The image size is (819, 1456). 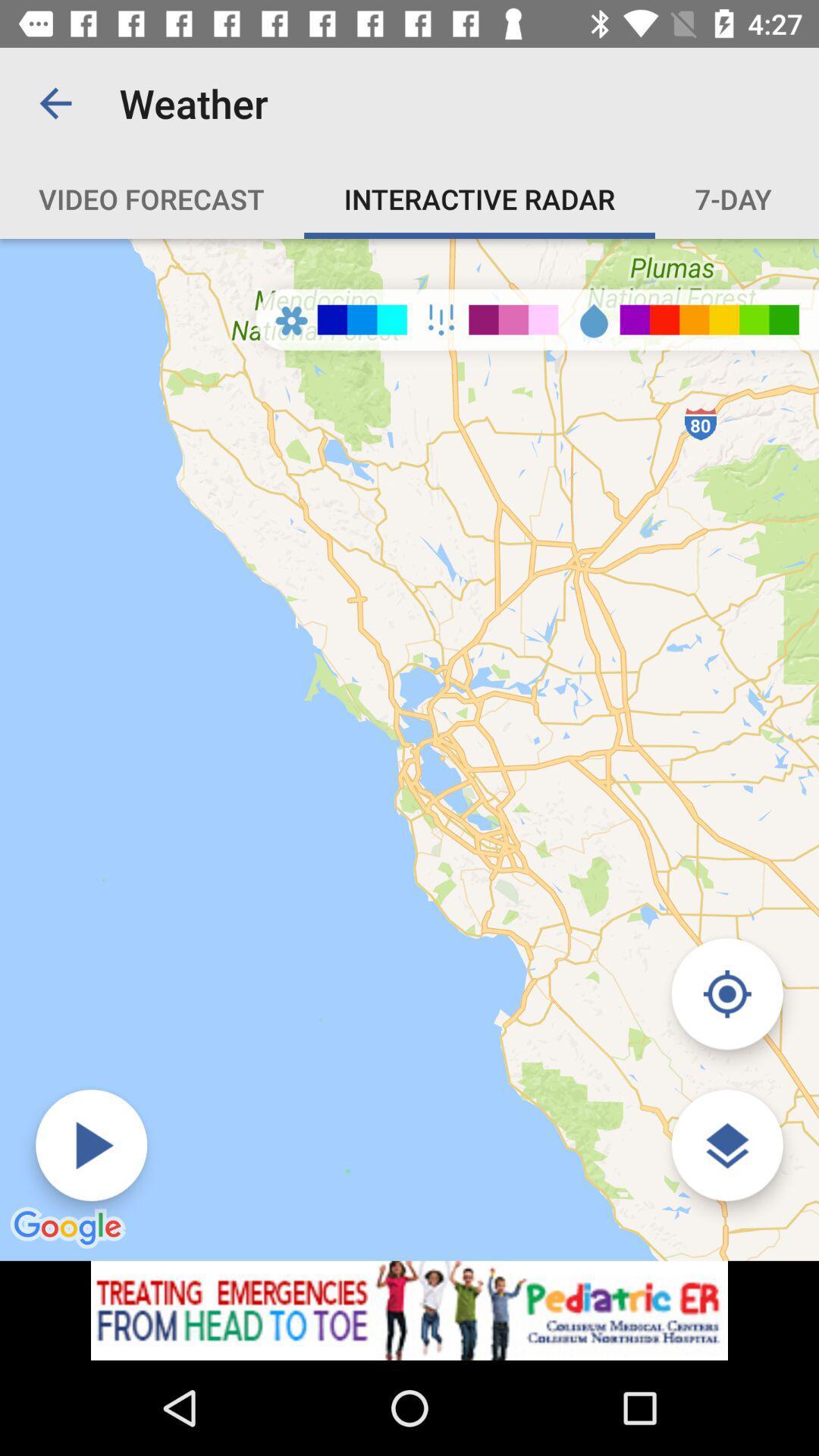 What do you see at coordinates (726, 993) in the screenshot?
I see `direction` at bounding box center [726, 993].